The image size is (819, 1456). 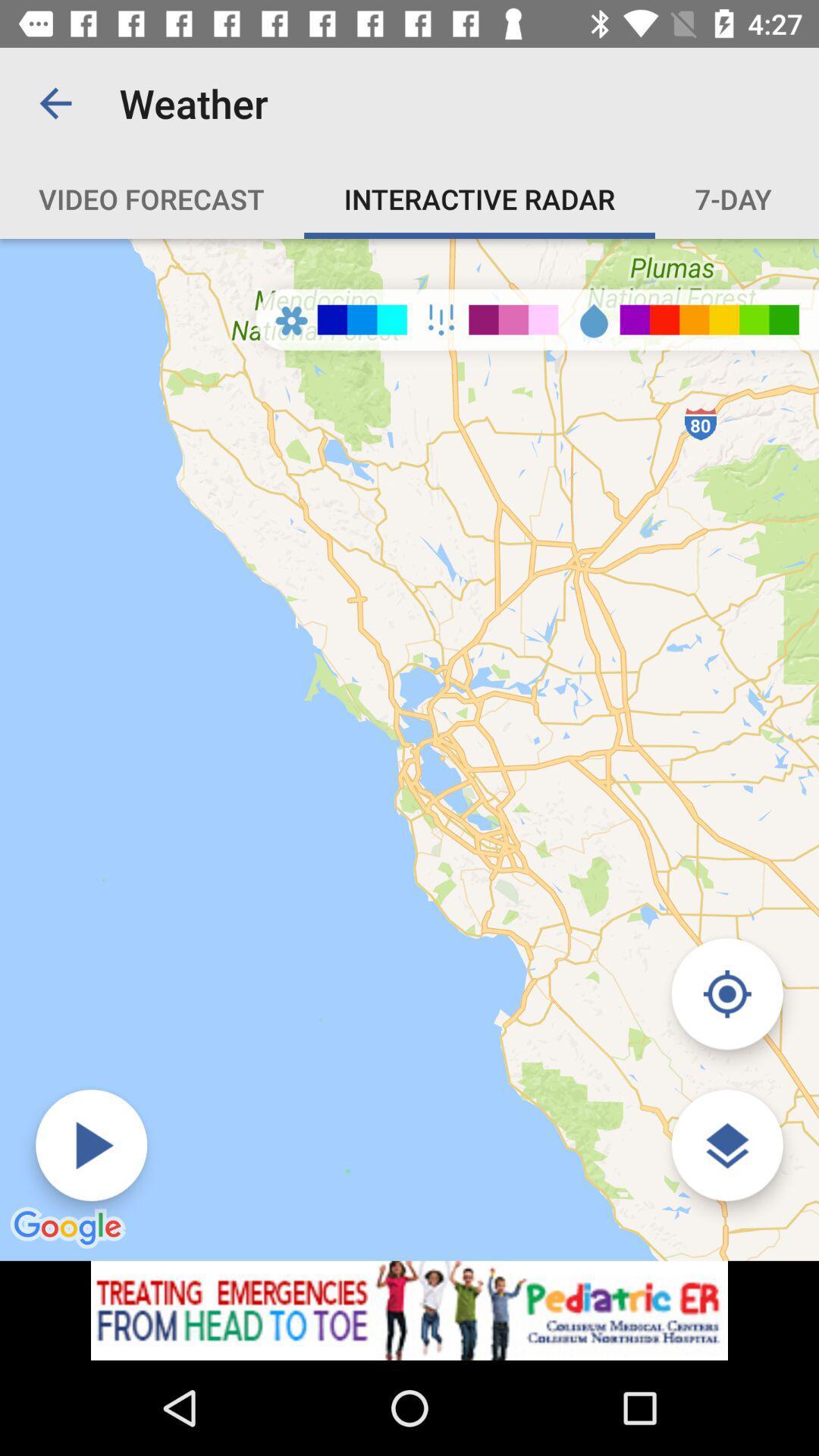 What do you see at coordinates (726, 993) in the screenshot?
I see `direction` at bounding box center [726, 993].